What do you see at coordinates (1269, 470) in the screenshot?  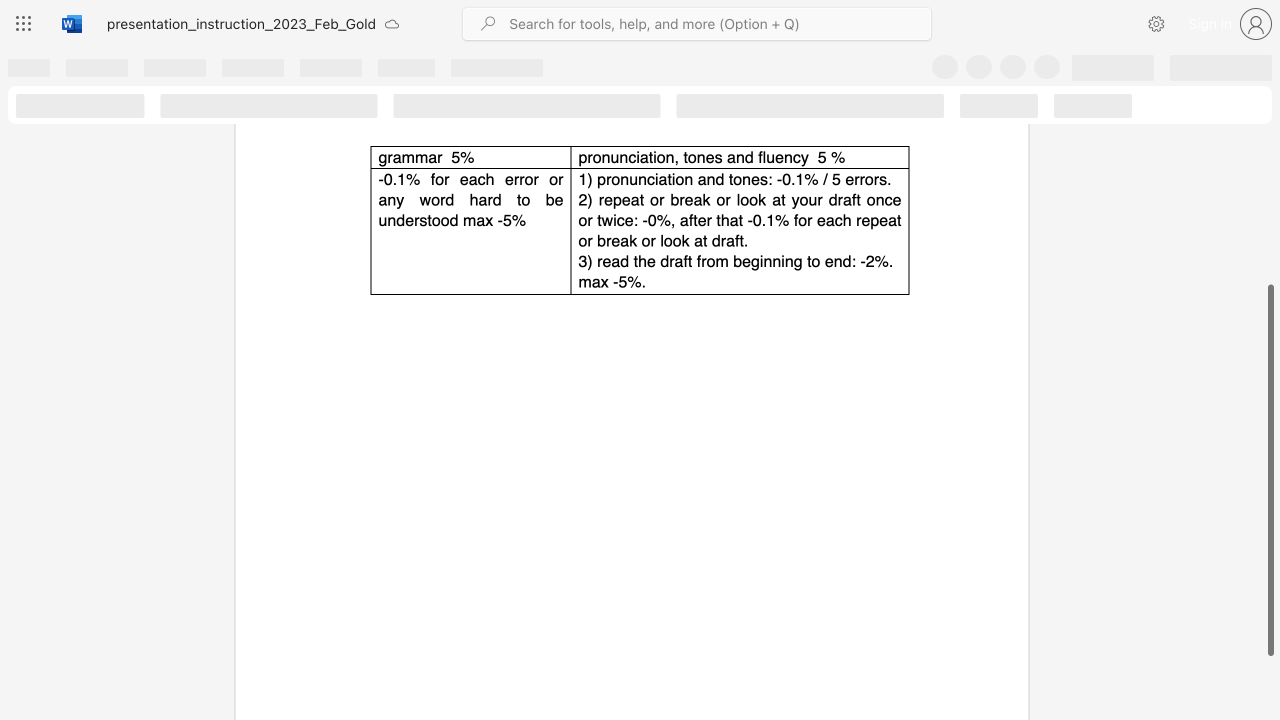 I see `the scrollbar and move up 90 pixels` at bounding box center [1269, 470].